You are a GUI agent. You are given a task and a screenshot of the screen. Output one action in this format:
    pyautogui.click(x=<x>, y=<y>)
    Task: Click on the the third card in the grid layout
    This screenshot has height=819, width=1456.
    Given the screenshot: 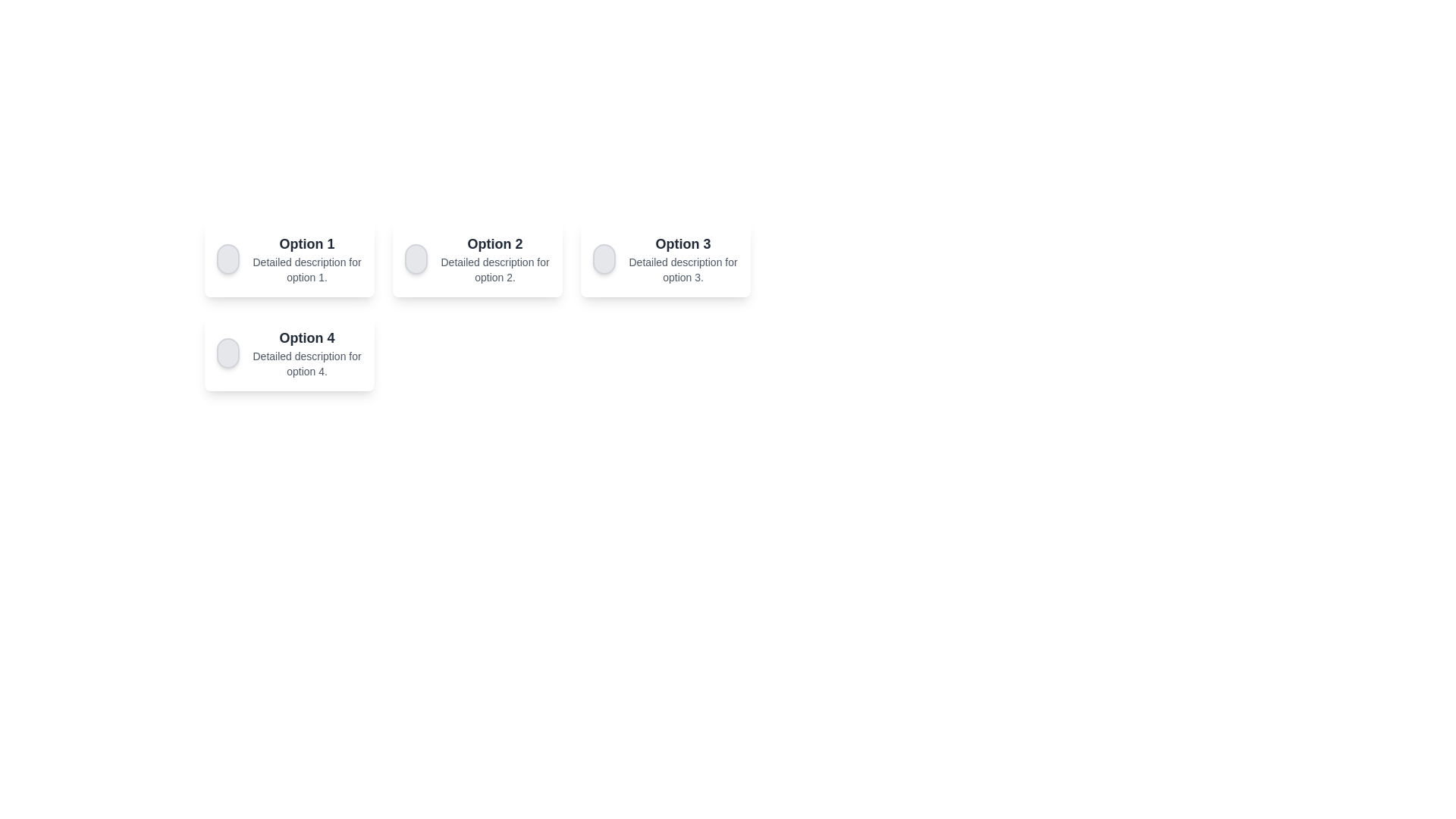 What is the action you would take?
    pyautogui.click(x=666, y=259)
    